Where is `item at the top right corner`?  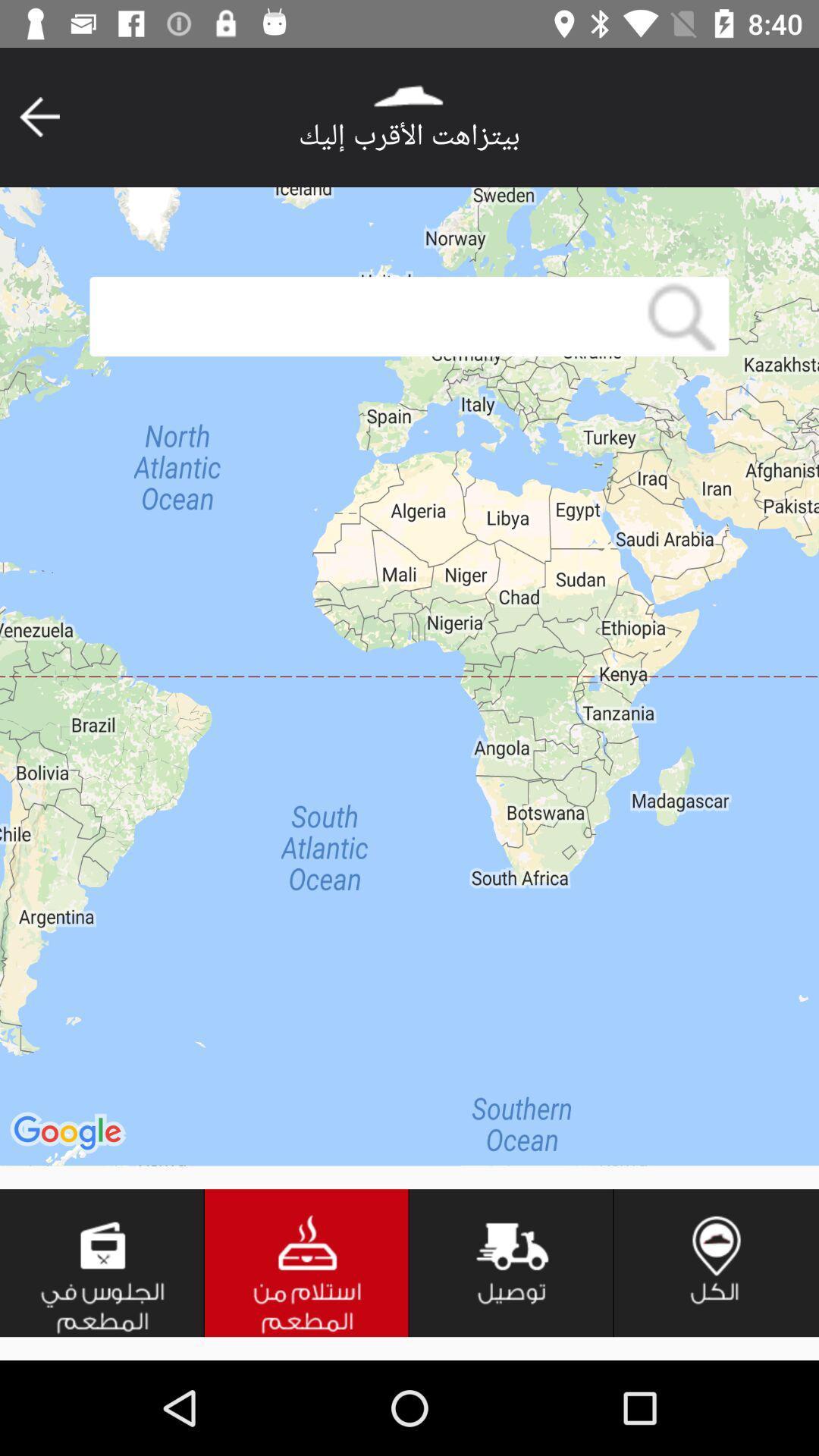 item at the top right corner is located at coordinates (681, 315).